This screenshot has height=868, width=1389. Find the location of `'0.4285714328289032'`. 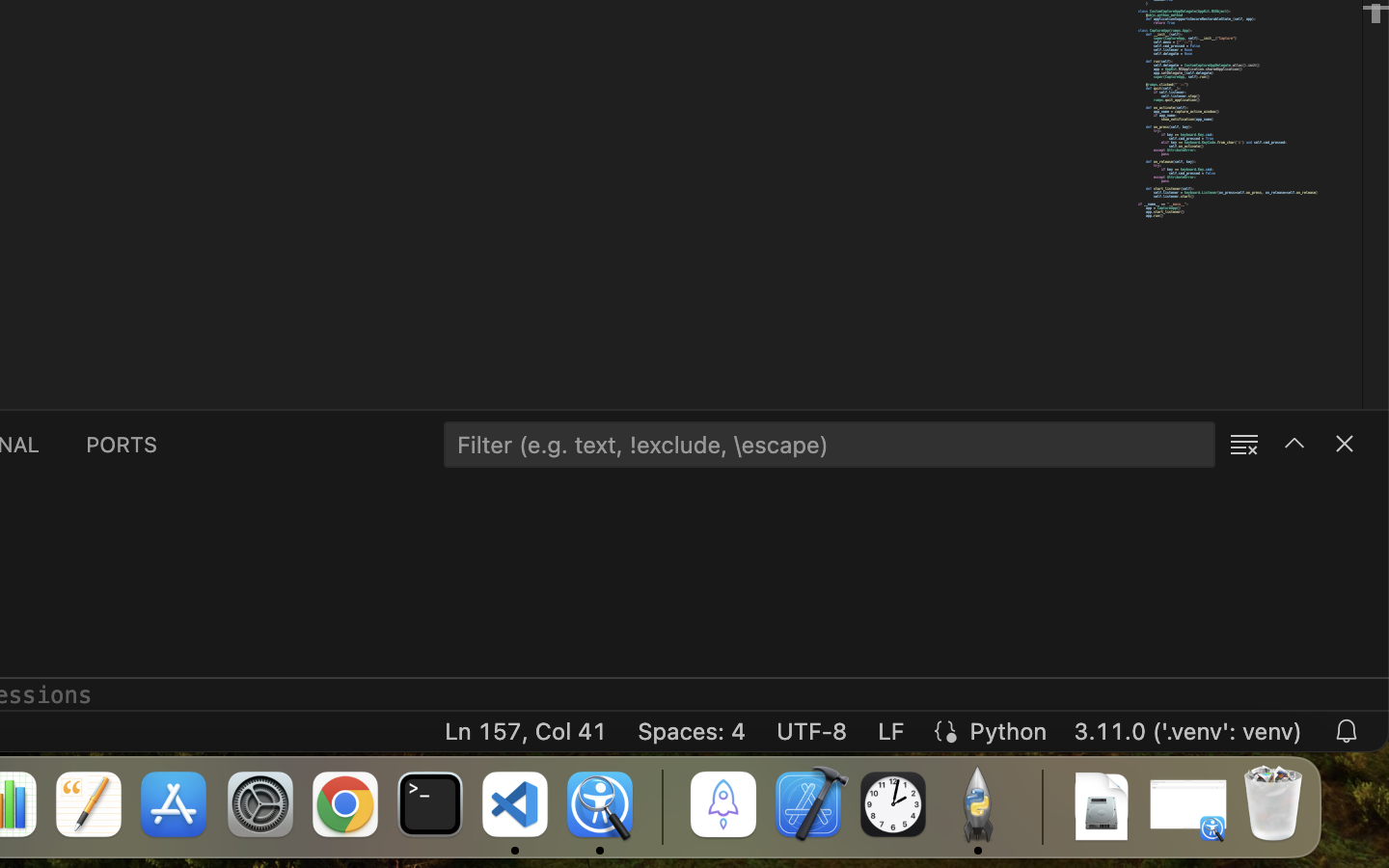

'0.4285714328289032' is located at coordinates (661, 805).